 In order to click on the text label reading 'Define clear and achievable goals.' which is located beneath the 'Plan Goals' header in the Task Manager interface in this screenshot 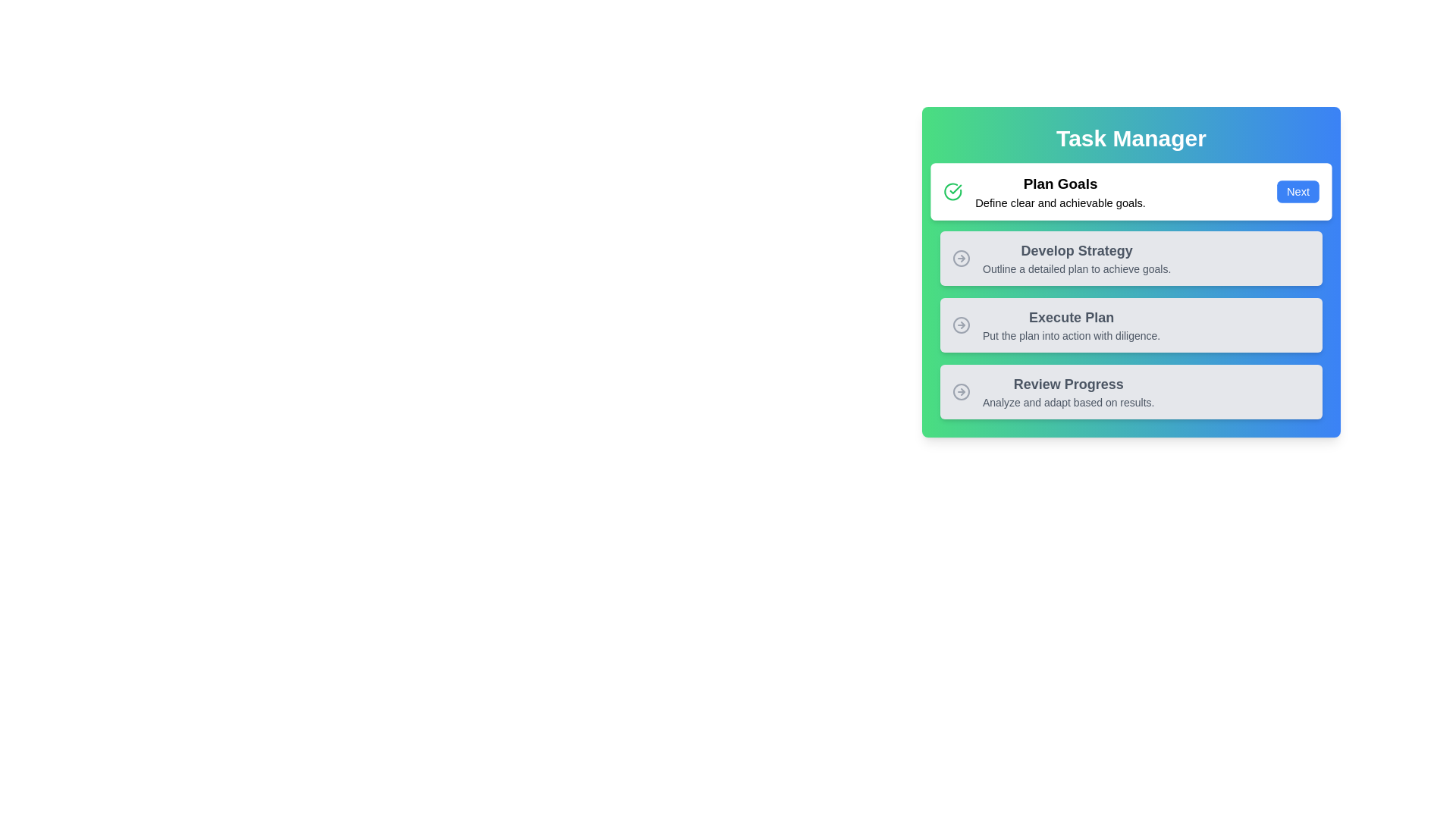, I will do `click(1059, 202)`.